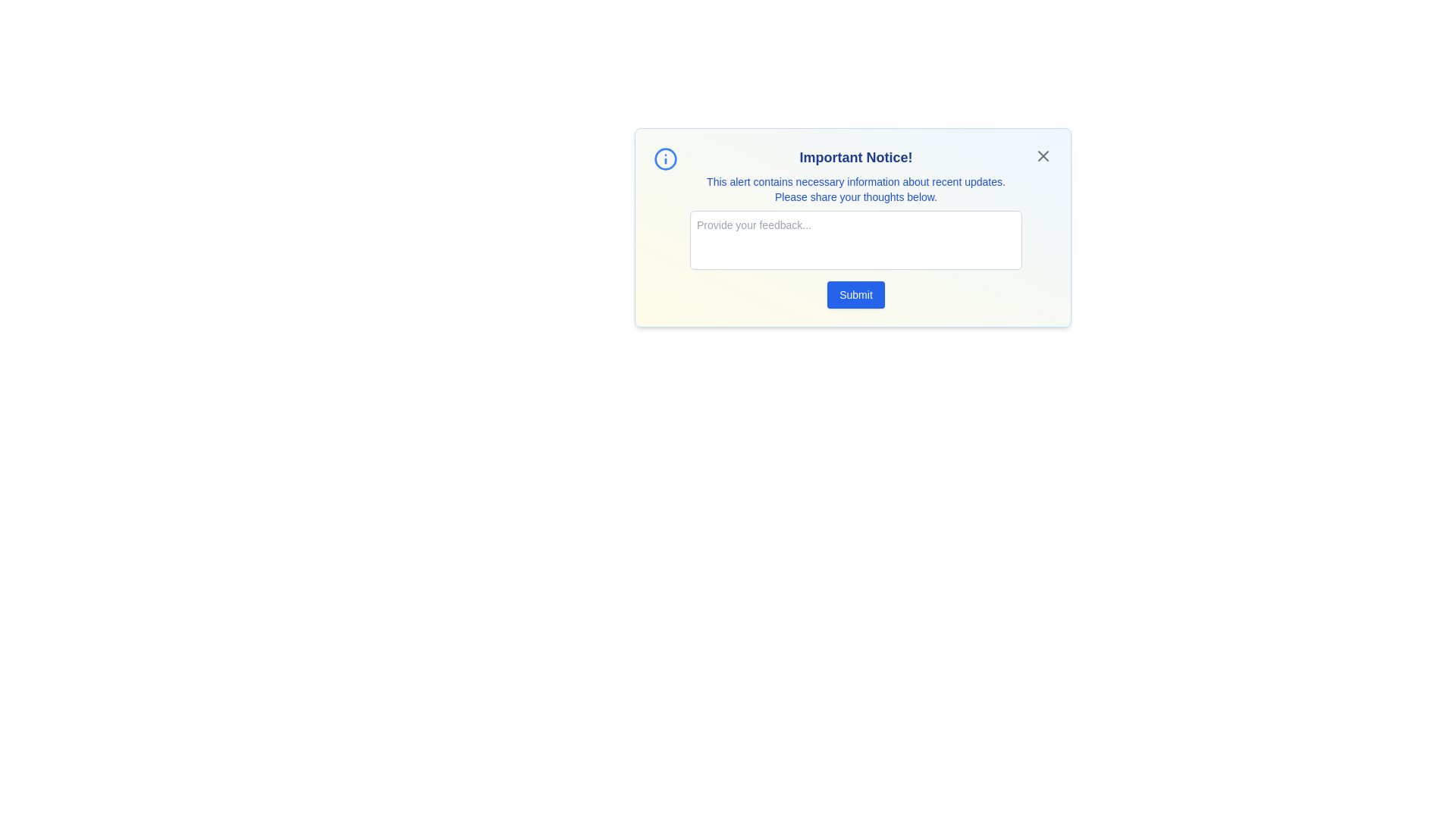 Image resolution: width=1456 pixels, height=819 pixels. I want to click on the small circular button with an 'X' icon located in the top-right corner of the notification box, so click(1043, 155).